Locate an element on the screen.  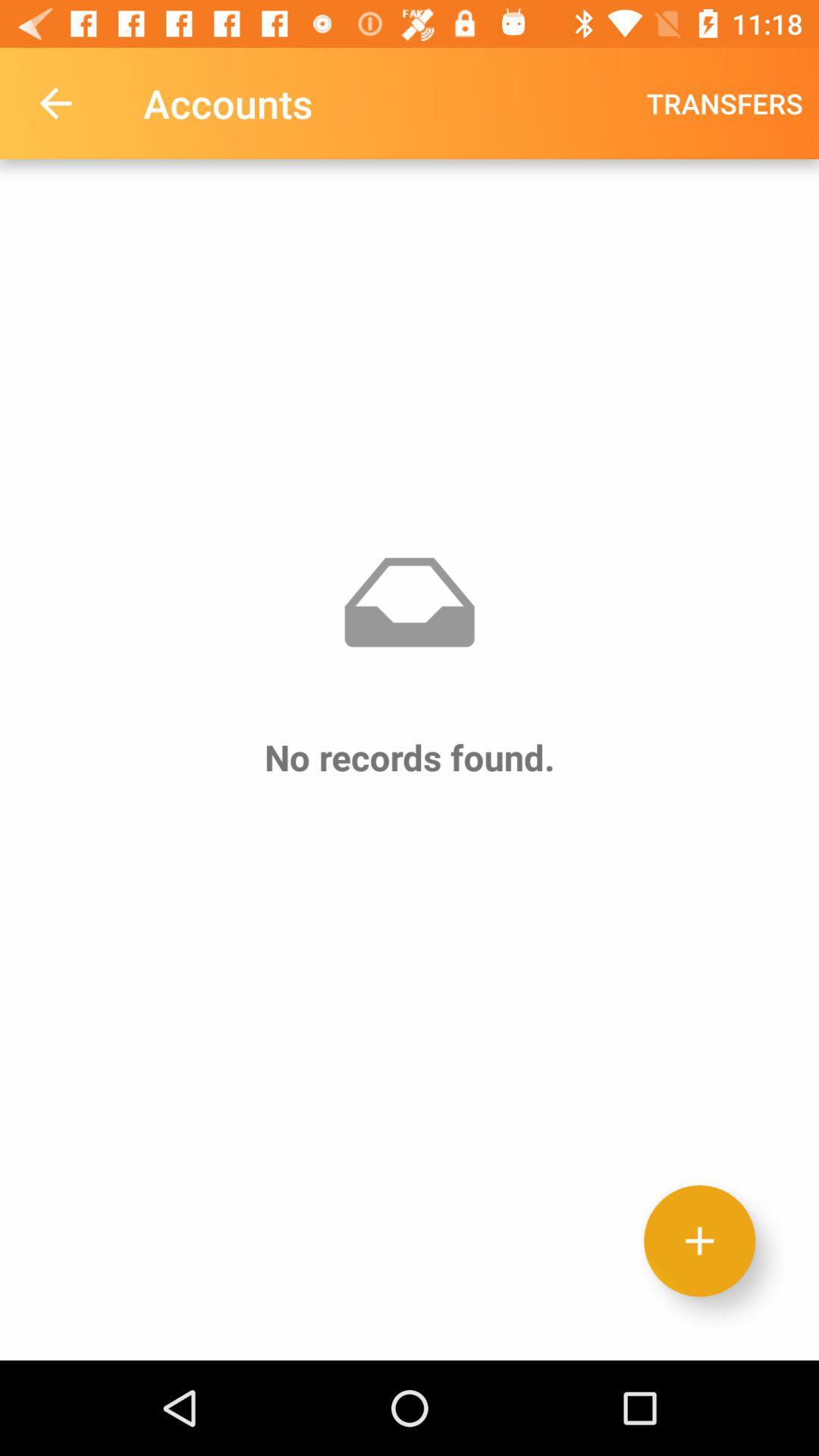
transfers is located at coordinates (723, 102).